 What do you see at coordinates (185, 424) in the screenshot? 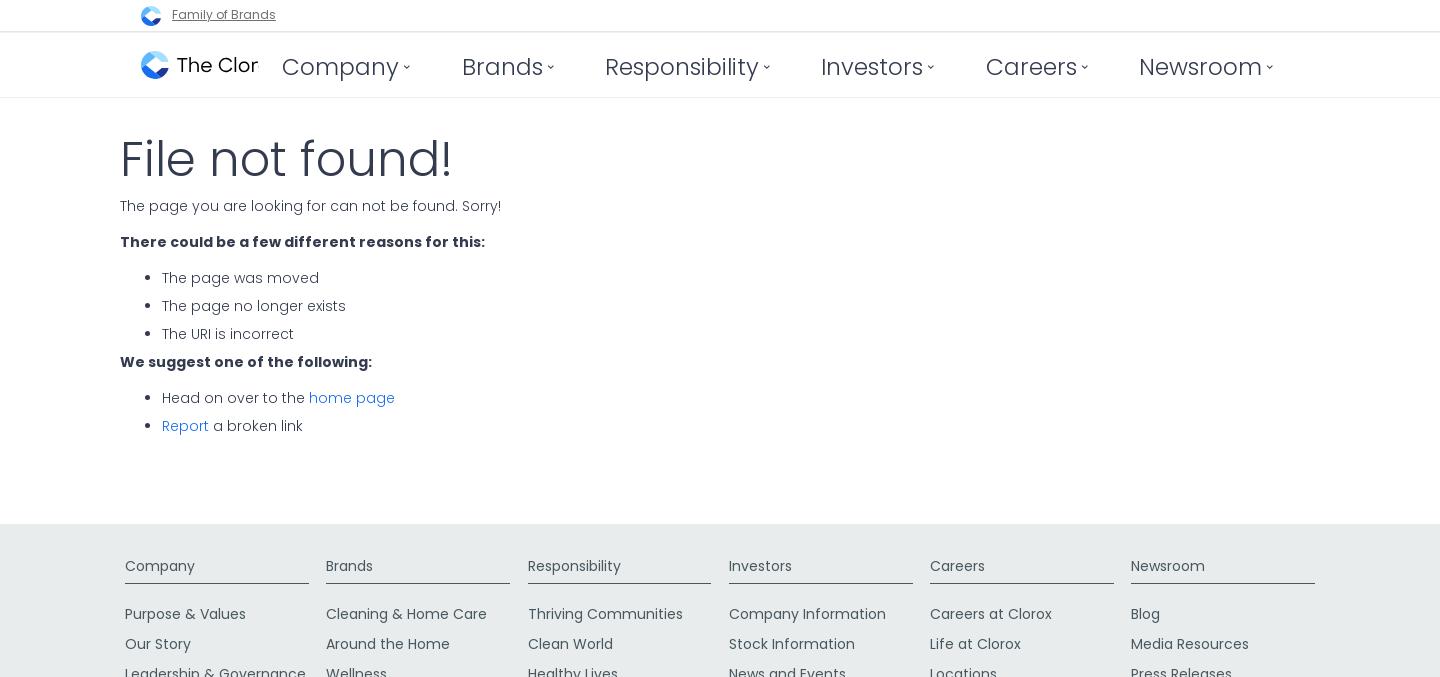
I see `'Report'` at bounding box center [185, 424].